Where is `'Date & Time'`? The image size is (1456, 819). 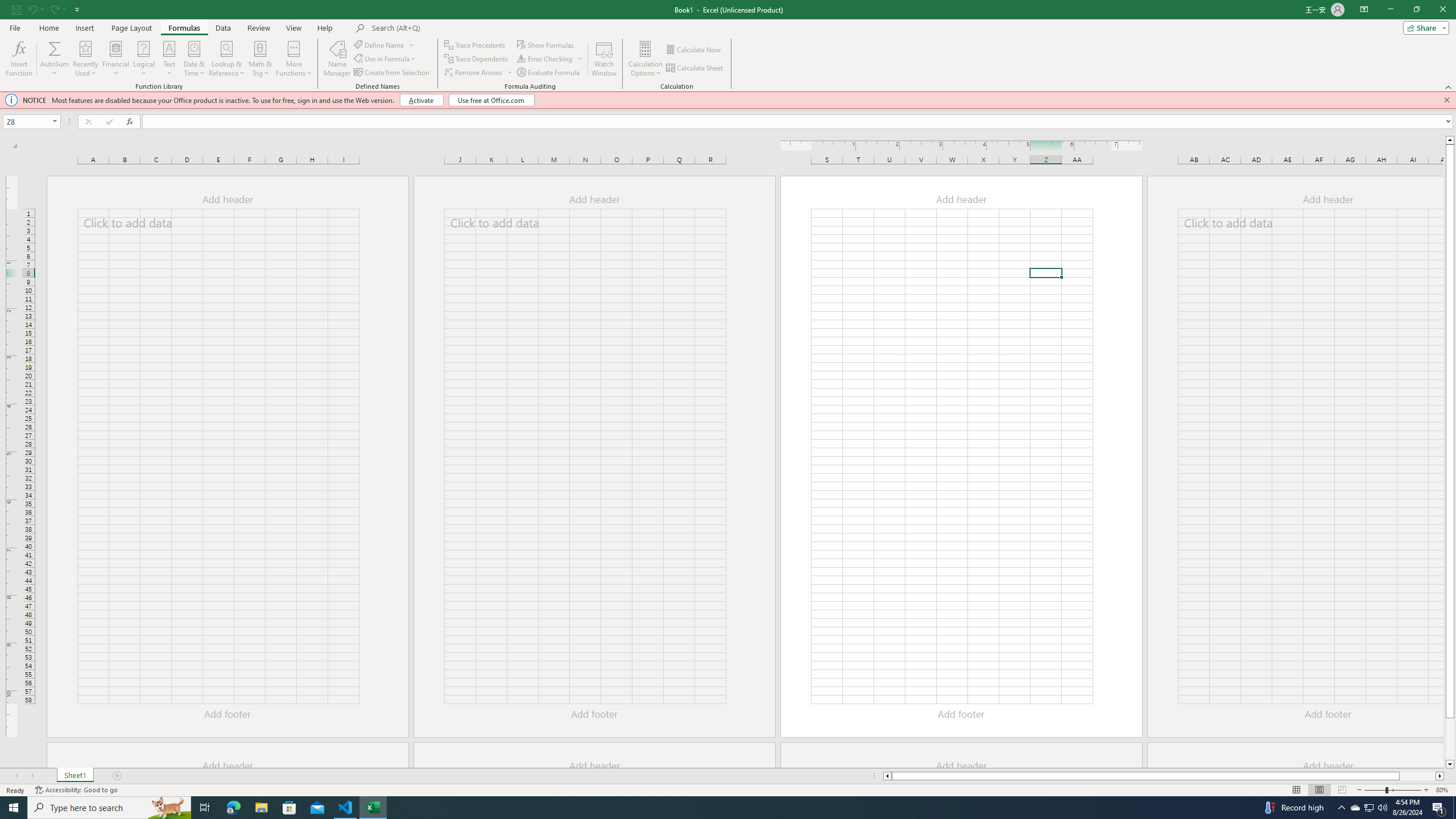
'Date & Time' is located at coordinates (194, 59).